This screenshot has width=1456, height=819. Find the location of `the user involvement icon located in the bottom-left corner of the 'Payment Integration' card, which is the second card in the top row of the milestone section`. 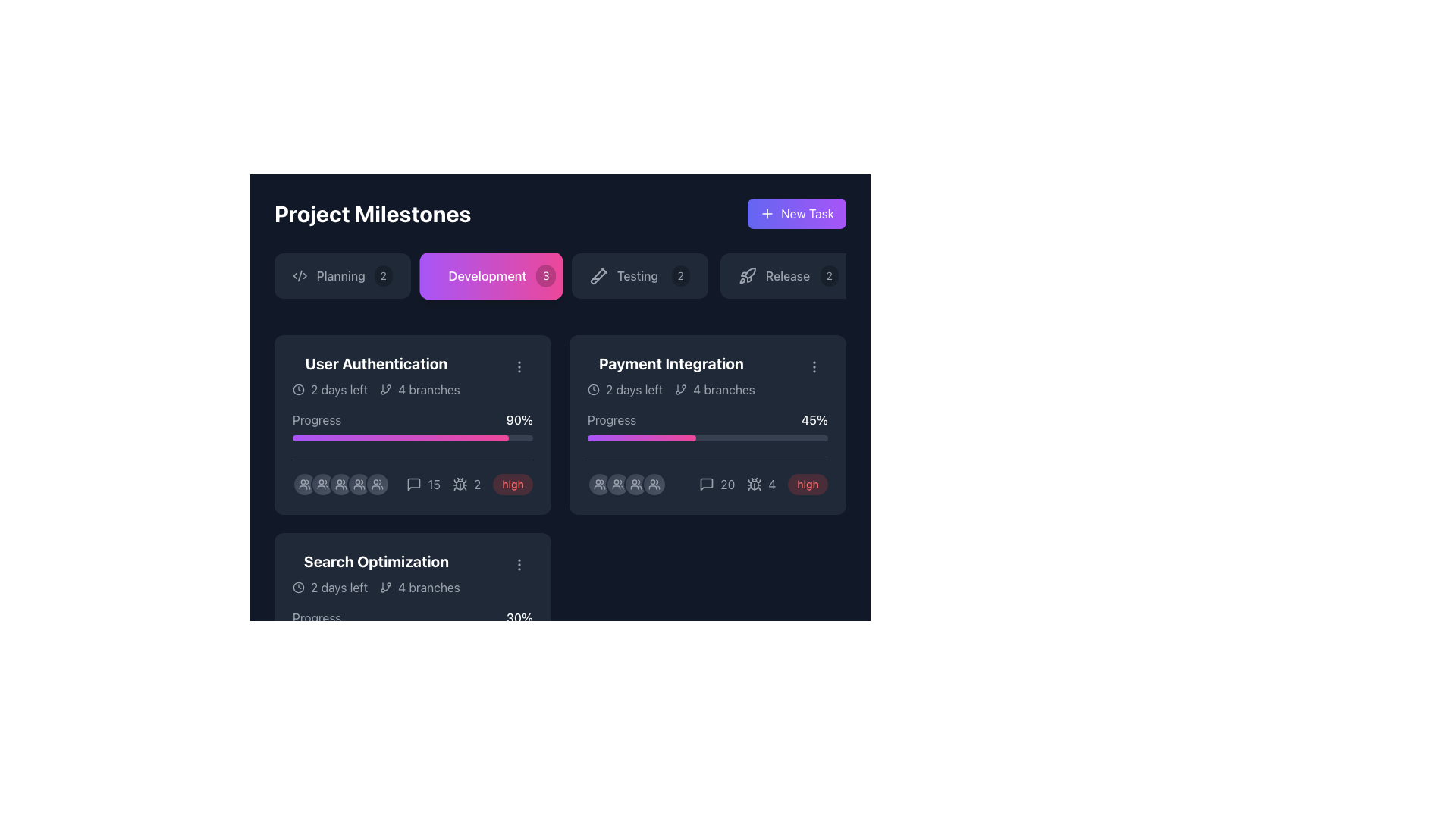

the user involvement icon located in the bottom-left corner of the 'Payment Integration' card, which is the second card in the top row of the milestone section is located at coordinates (618, 485).